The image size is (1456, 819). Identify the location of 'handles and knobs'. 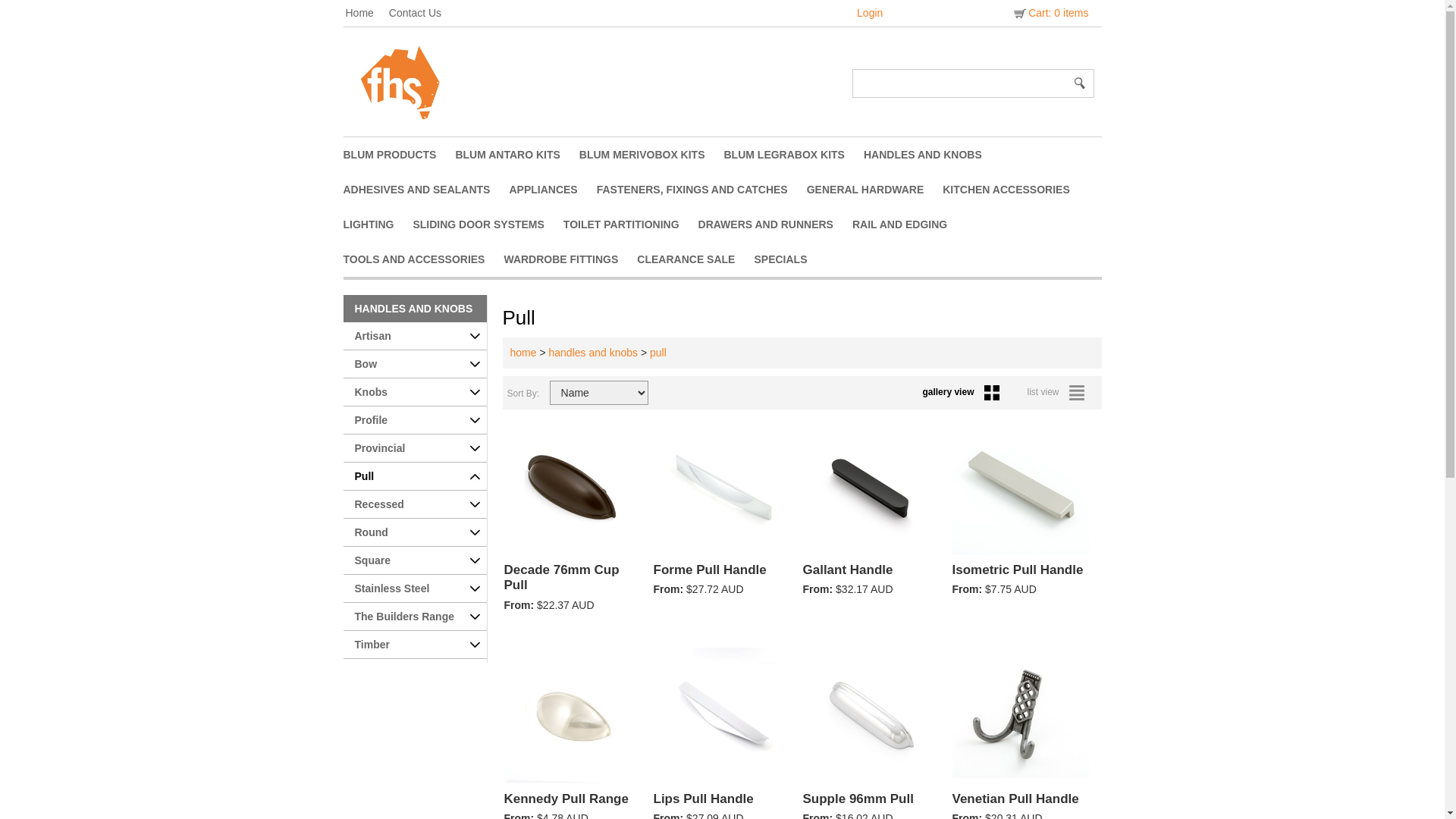
(592, 353).